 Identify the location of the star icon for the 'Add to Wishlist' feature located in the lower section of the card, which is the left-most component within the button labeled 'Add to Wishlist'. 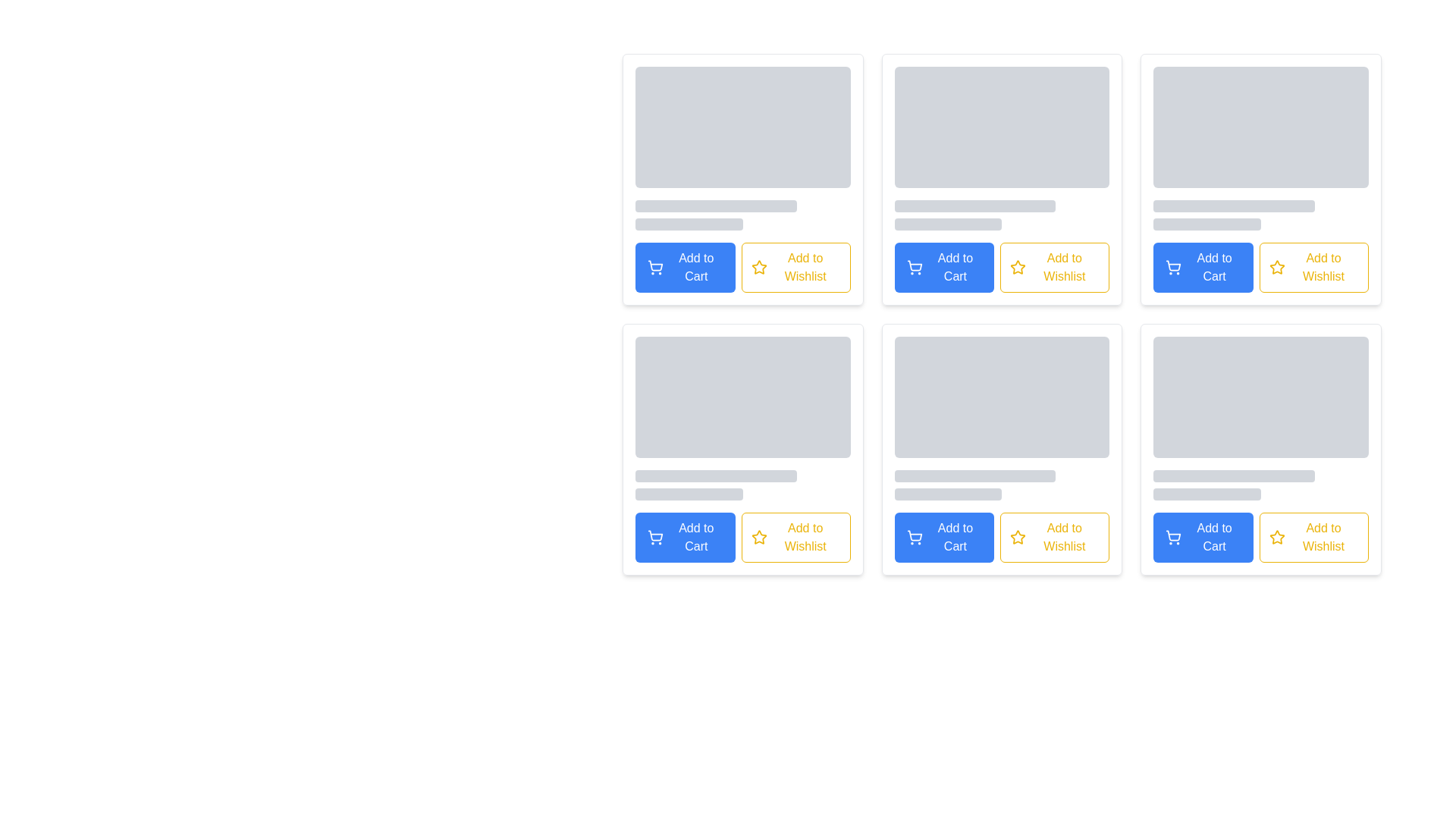
(1018, 267).